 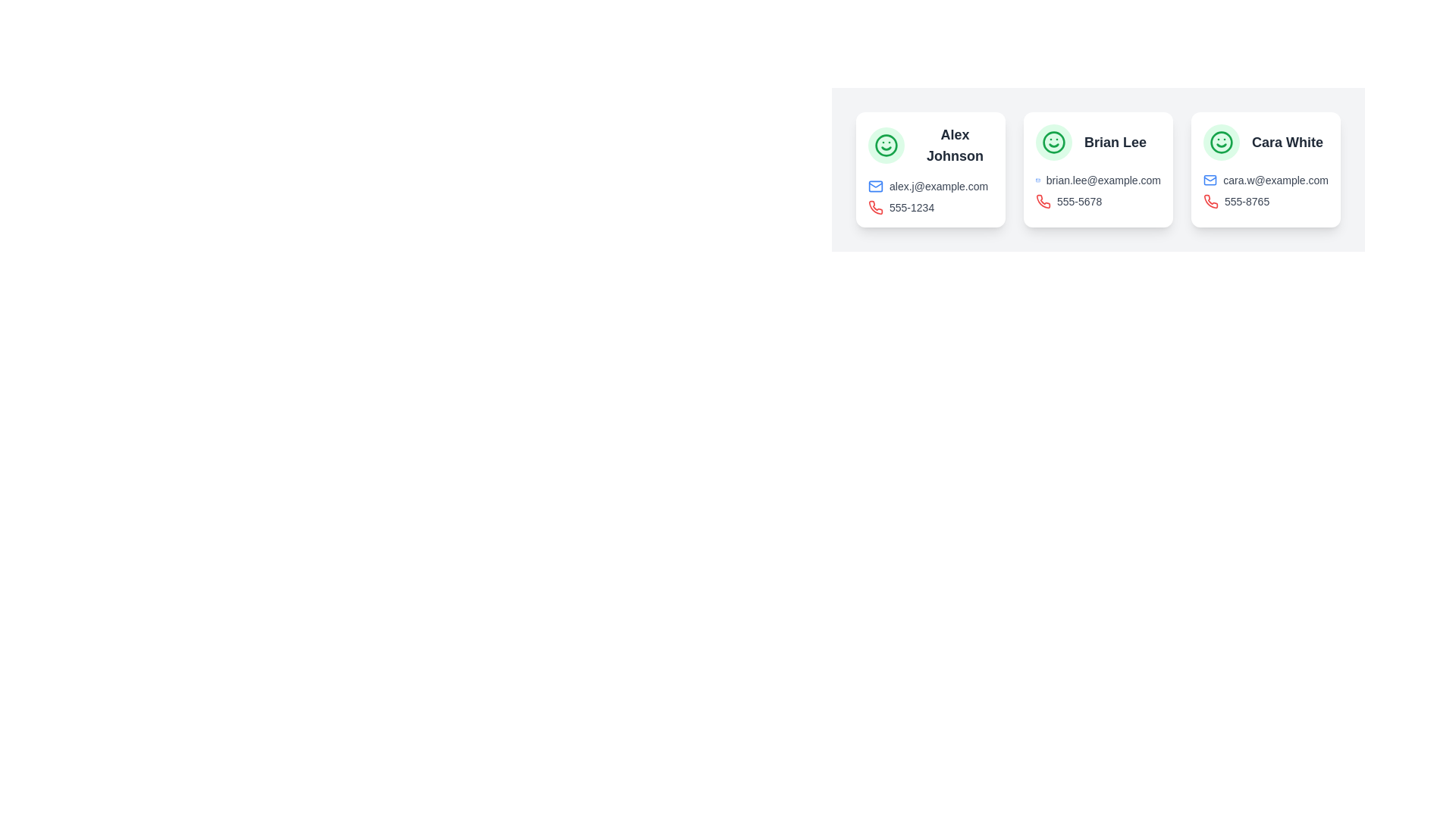 I want to click on the phone icon located in the rightmost contact card, which signifies the phone number '555-8765' and is positioned to the left of it, so click(x=1210, y=201).